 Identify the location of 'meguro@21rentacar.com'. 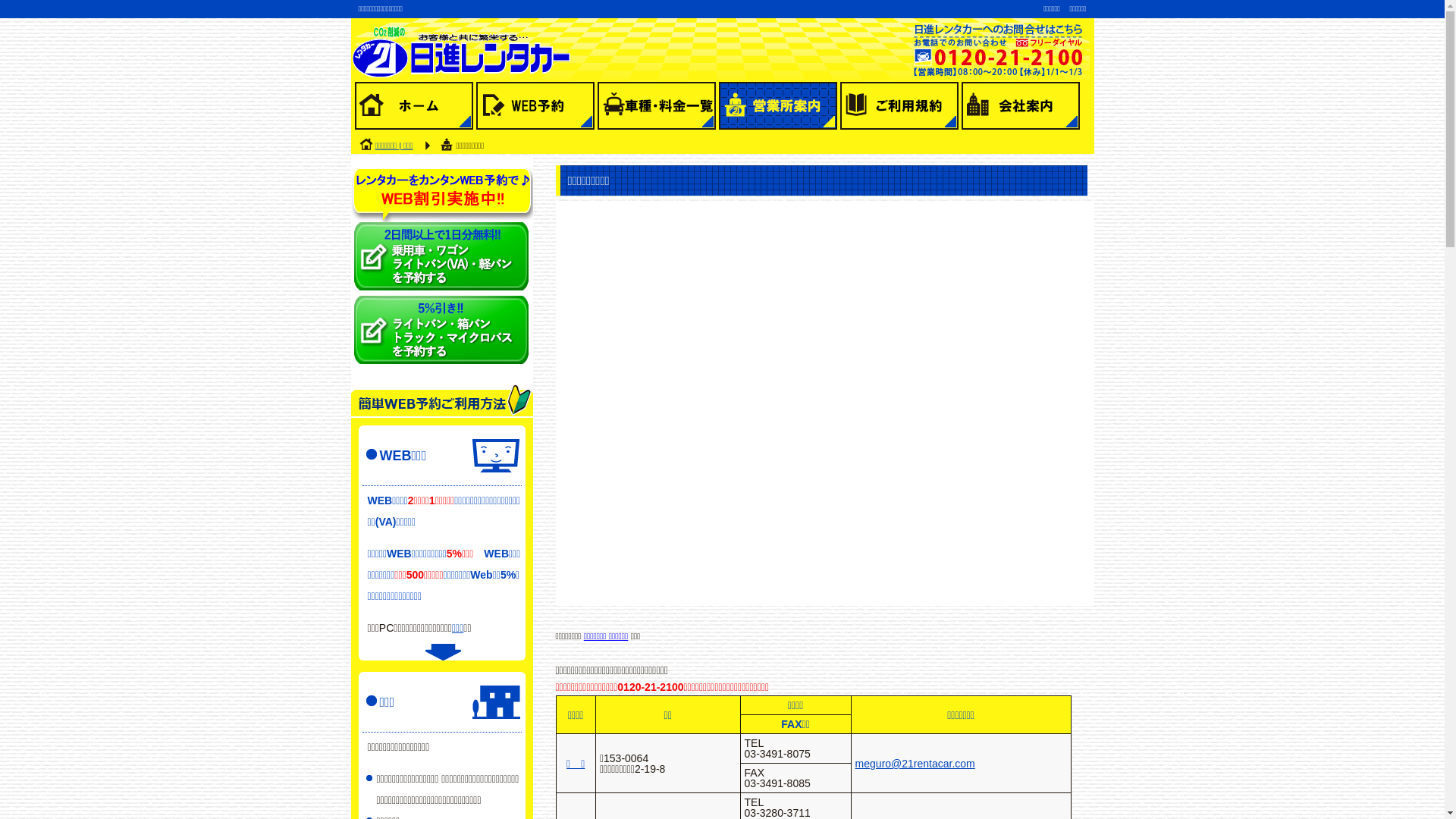
(914, 763).